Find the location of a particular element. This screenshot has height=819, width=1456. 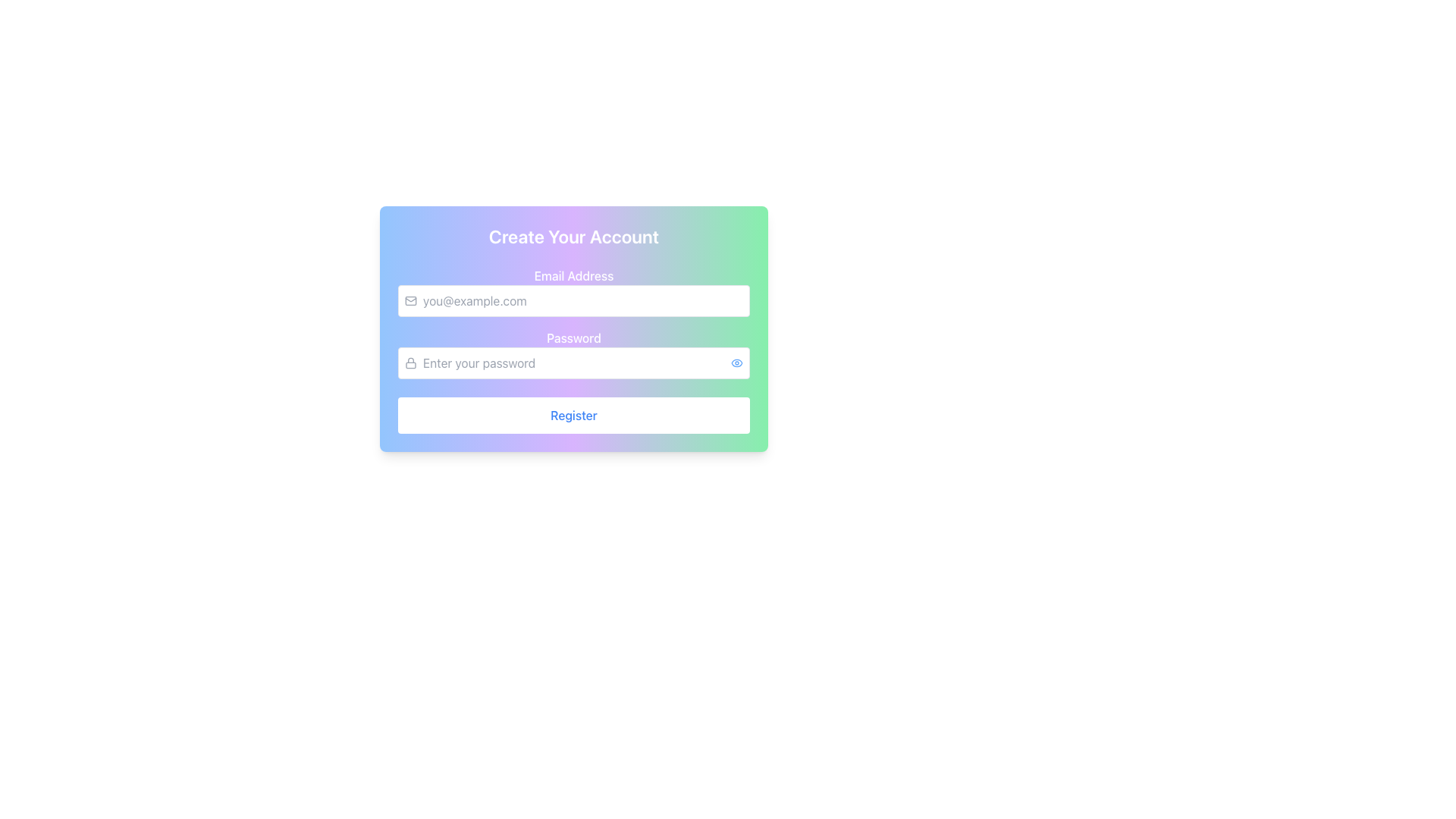

the text label indicating the purpose of the password input field, which is located in the middle section of the form, directly above the password input field is located at coordinates (573, 337).